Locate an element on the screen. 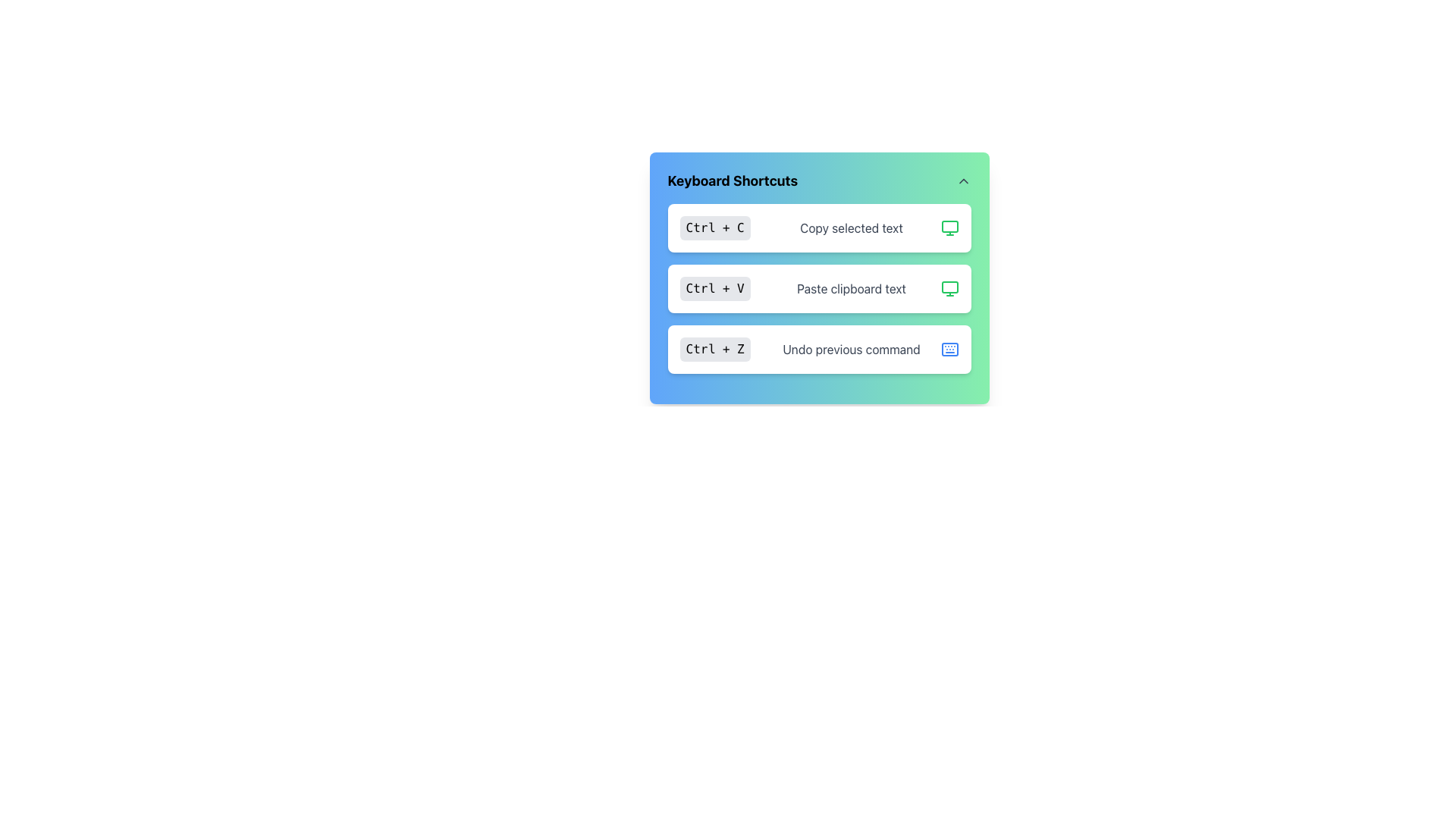 Image resolution: width=1456 pixels, height=819 pixels. the Instruction Card displaying the keyboard shortcut 'Ctrl + Z' with a description 'Undo previous command', located within a green and blue gradient box is located at coordinates (818, 350).